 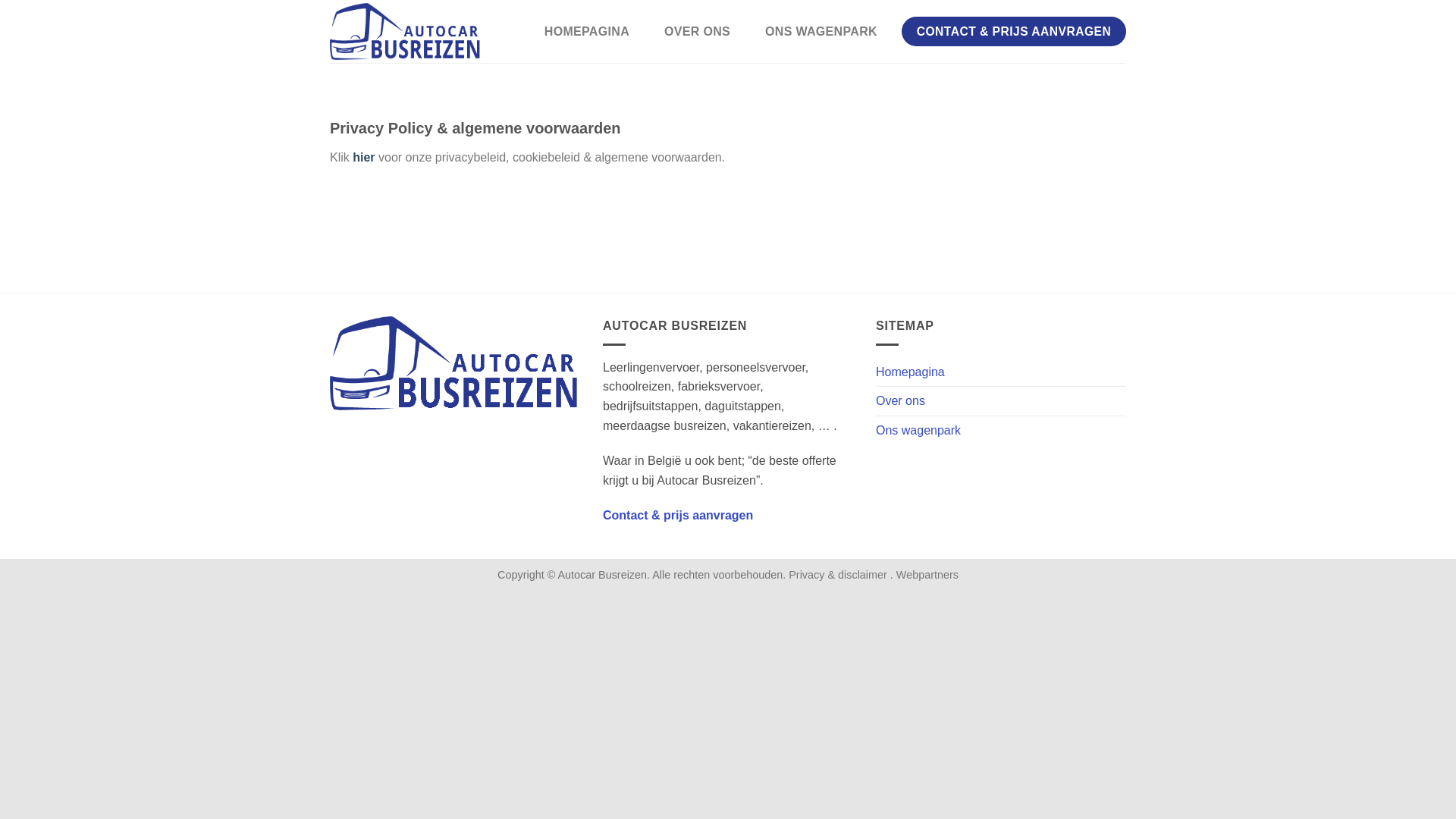 What do you see at coordinates (821, 32) in the screenshot?
I see `'ONS WAGENPARK'` at bounding box center [821, 32].